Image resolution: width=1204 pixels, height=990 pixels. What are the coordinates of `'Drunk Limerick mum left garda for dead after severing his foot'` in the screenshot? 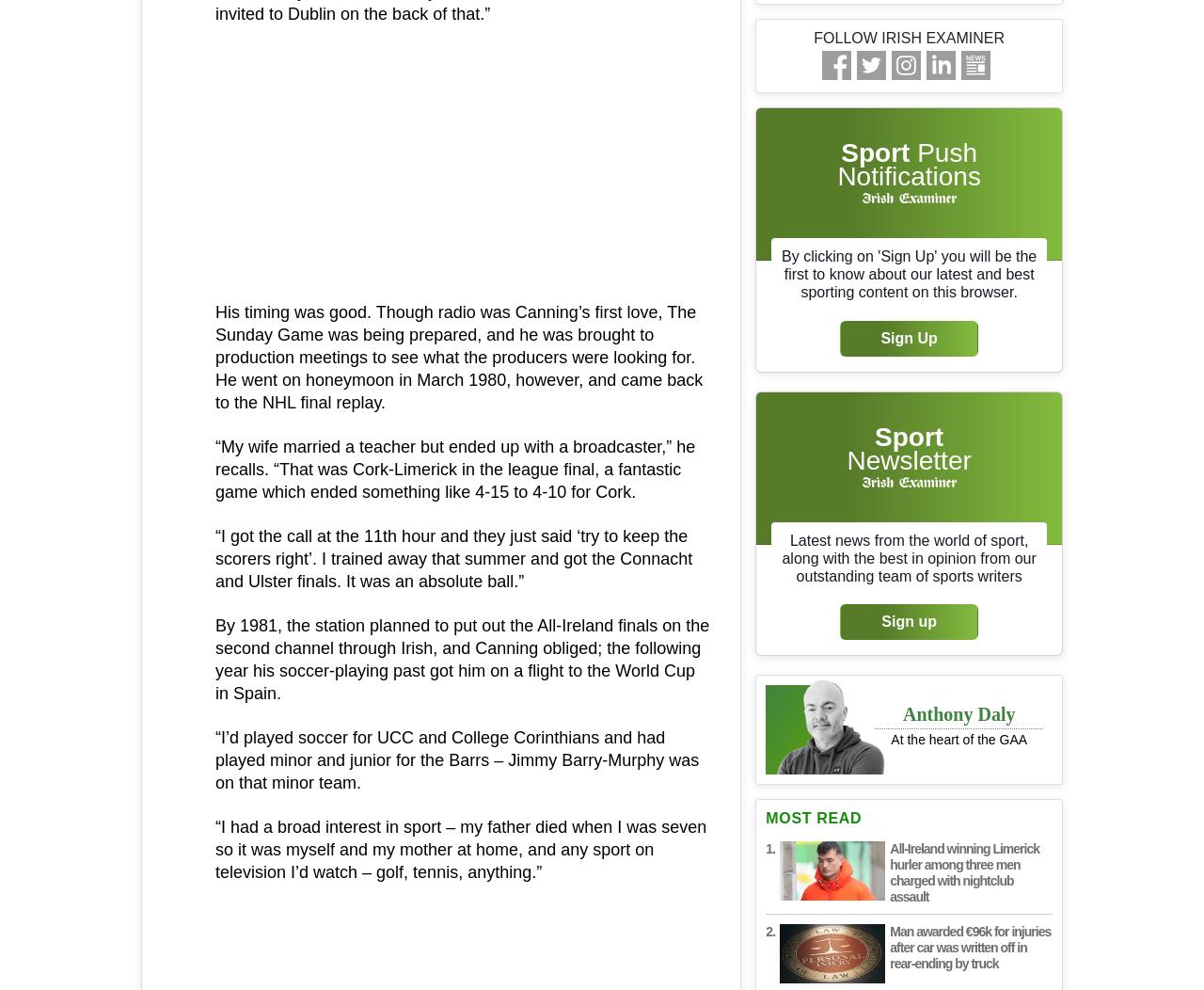 It's located at (436, 360).